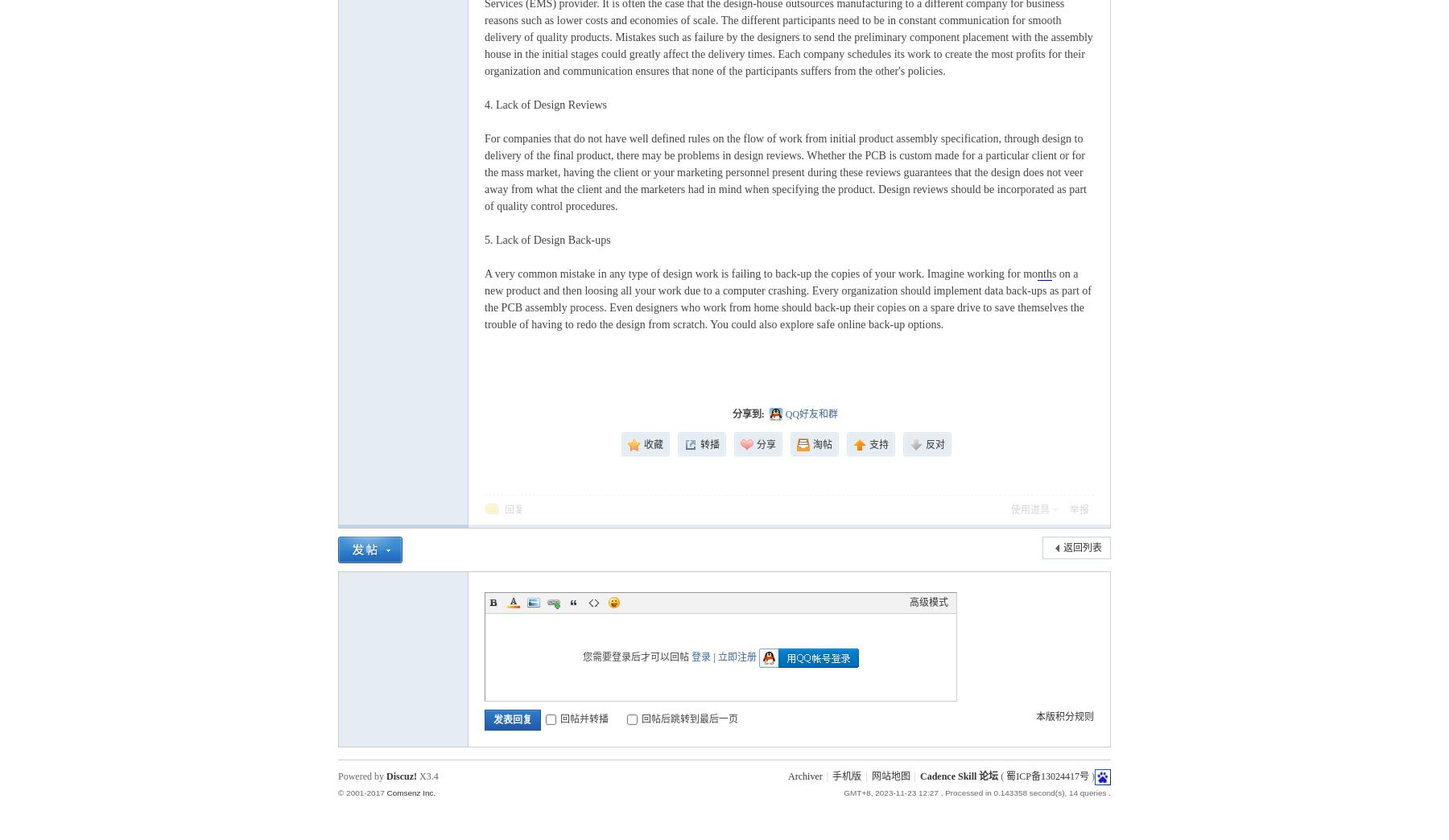 The height and width of the screenshot is (840, 1449). What do you see at coordinates (410, 792) in the screenshot?
I see `'Comsenz Inc.'` at bounding box center [410, 792].